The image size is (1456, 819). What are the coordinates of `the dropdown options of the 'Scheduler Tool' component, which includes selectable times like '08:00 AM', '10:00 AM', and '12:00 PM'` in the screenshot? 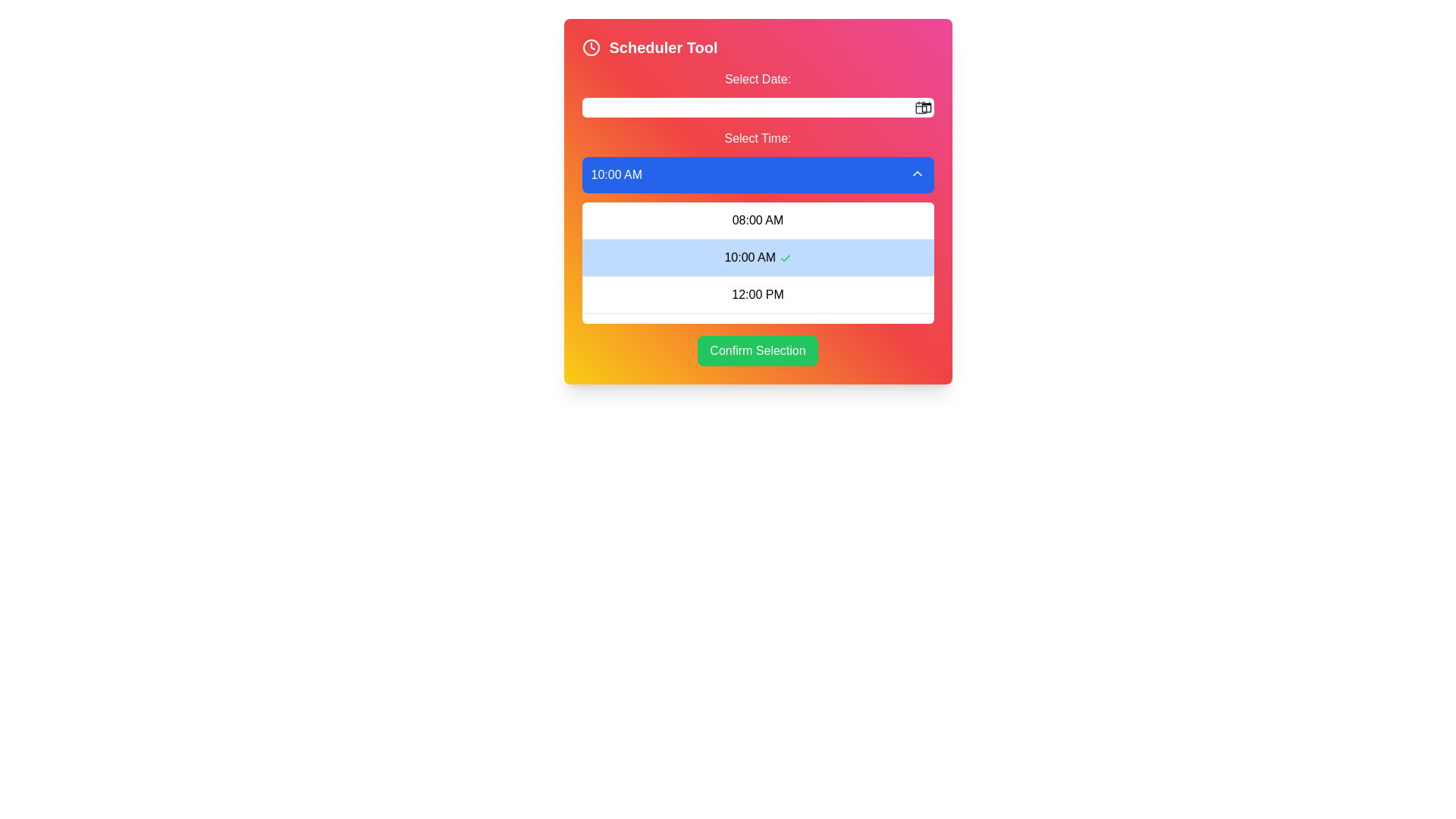 It's located at (758, 201).